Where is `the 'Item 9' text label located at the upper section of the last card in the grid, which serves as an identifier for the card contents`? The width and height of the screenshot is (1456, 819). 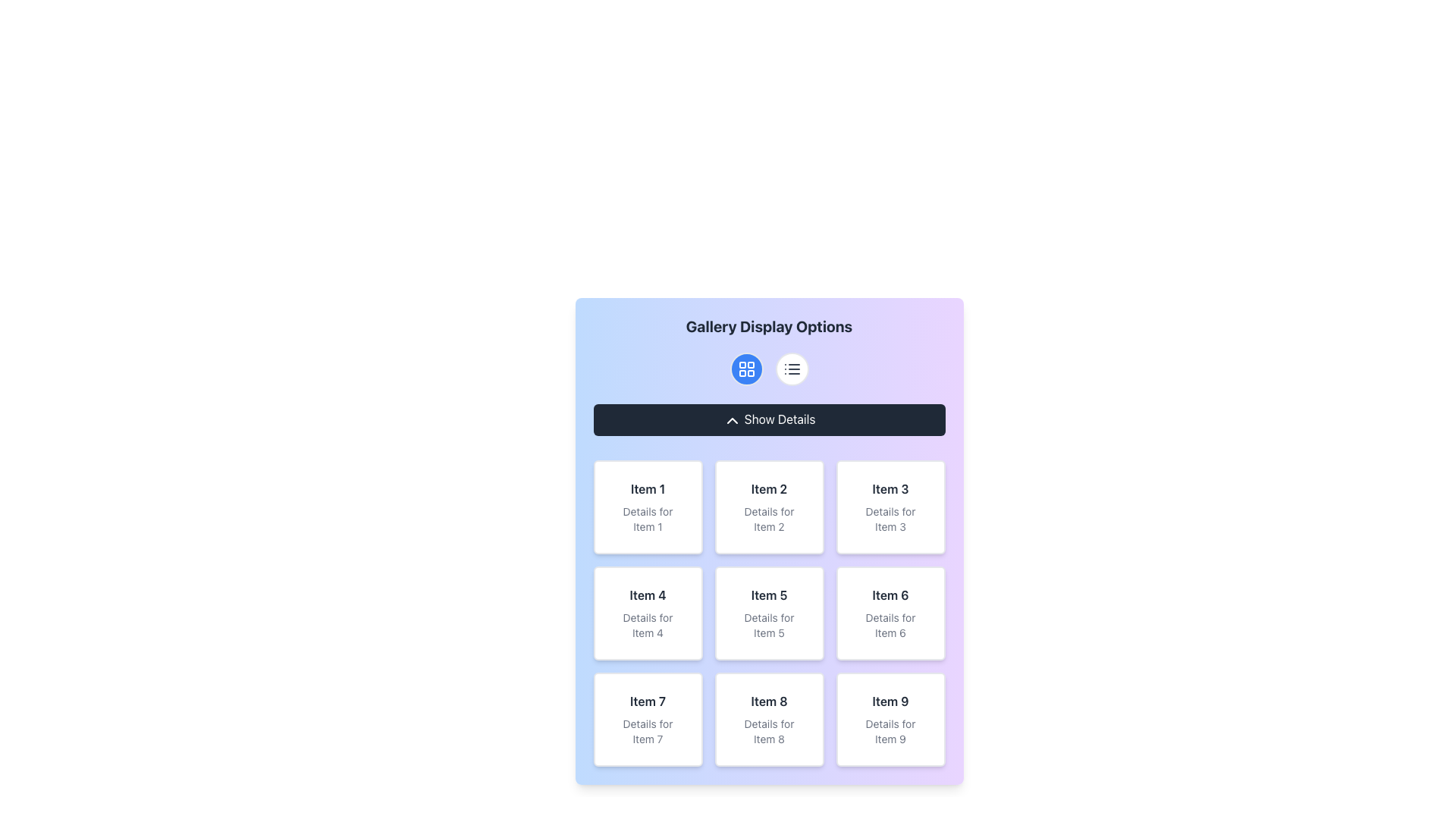
the 'Item 9' text label located at the upper section of the last card in the grid, which serves as an identifier for the card contents is located at coordinates (890, 701).